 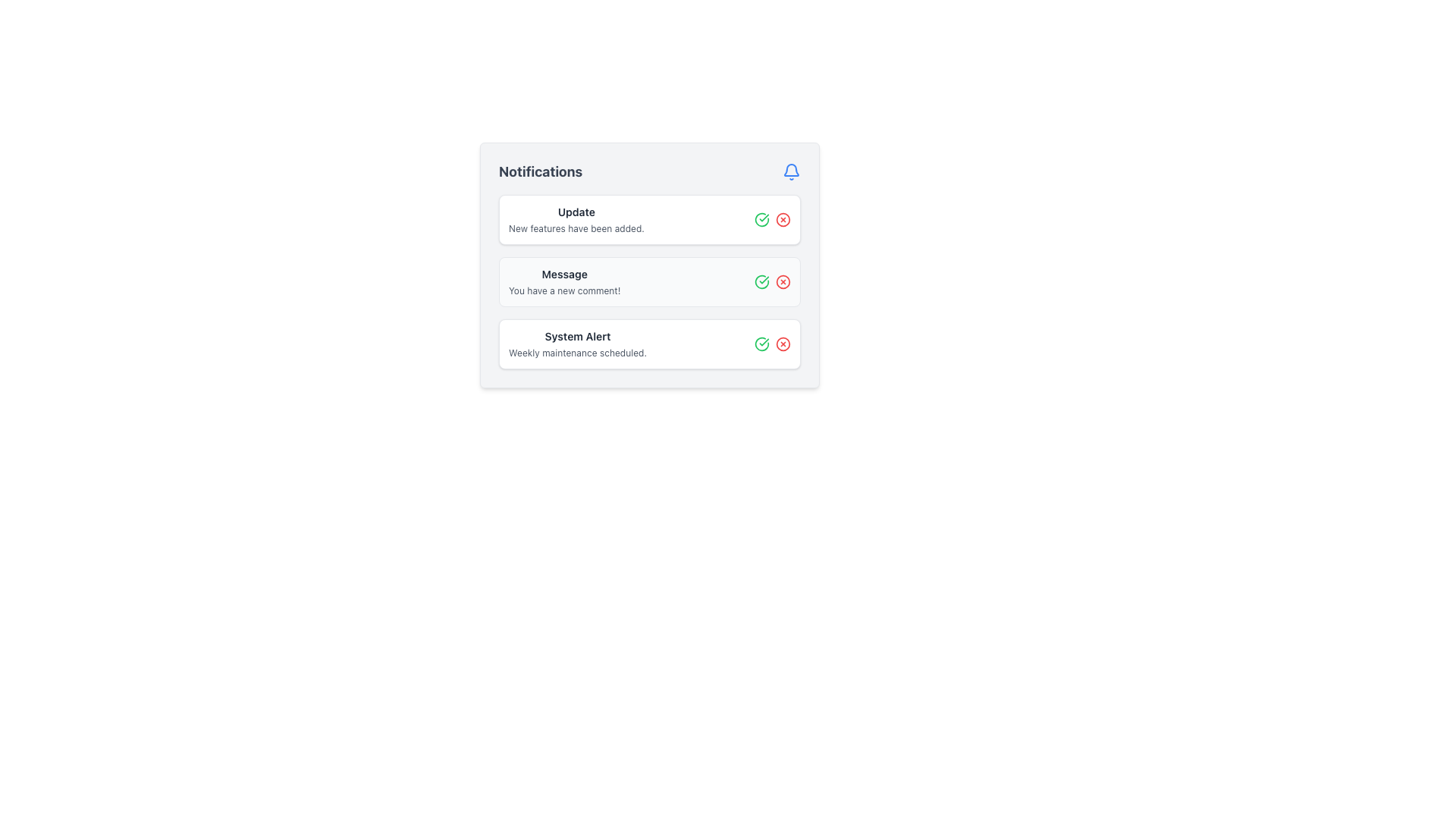 I want to click on the button group in the bottom-right corner of the 'System Alert' notification card, so click(x=772, y=344).